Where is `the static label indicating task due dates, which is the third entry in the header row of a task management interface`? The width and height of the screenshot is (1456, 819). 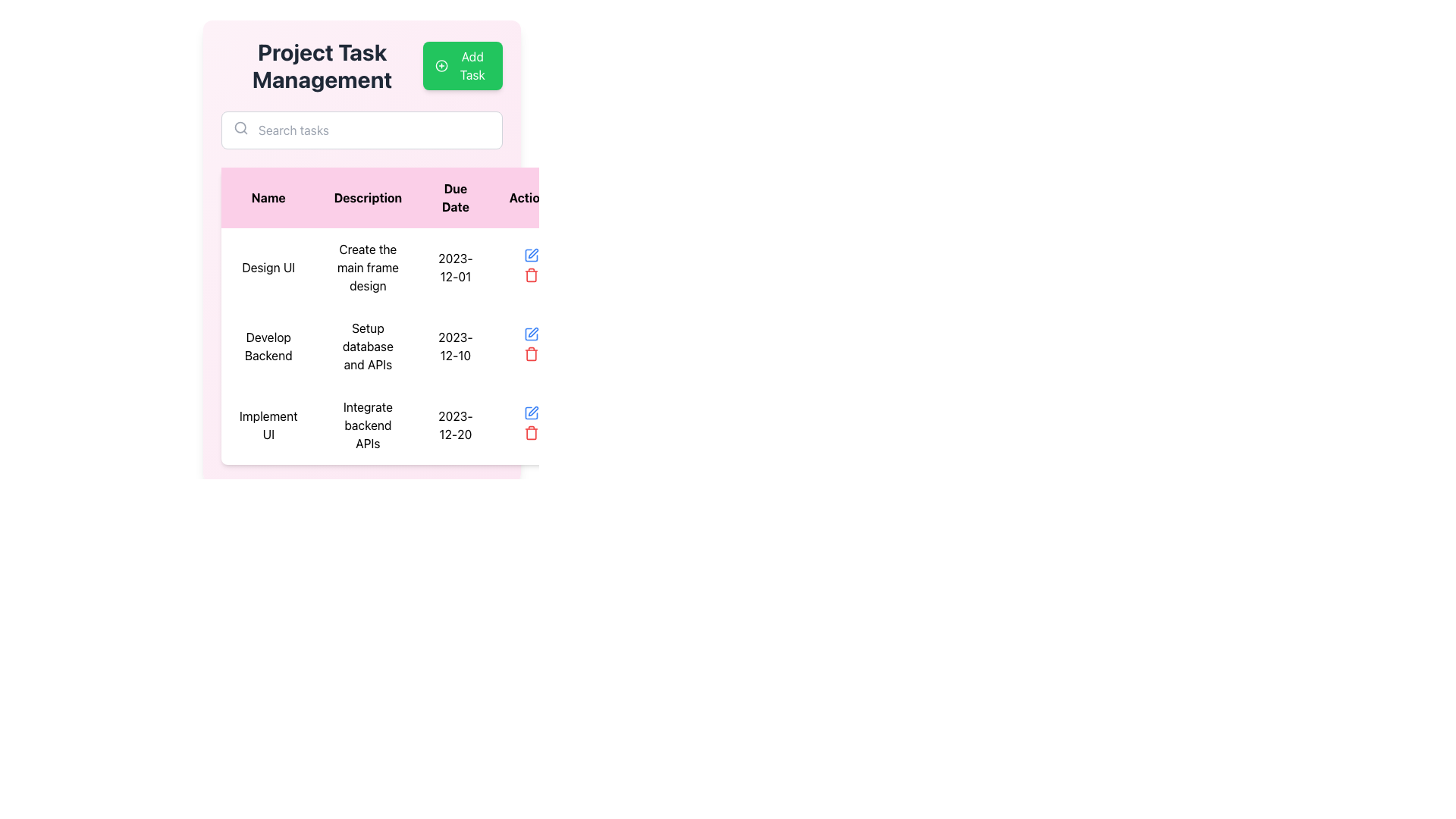
the static label indicating task due dates, which is the third entry in the header row of a task management interface is located at coordinates (454, 197).